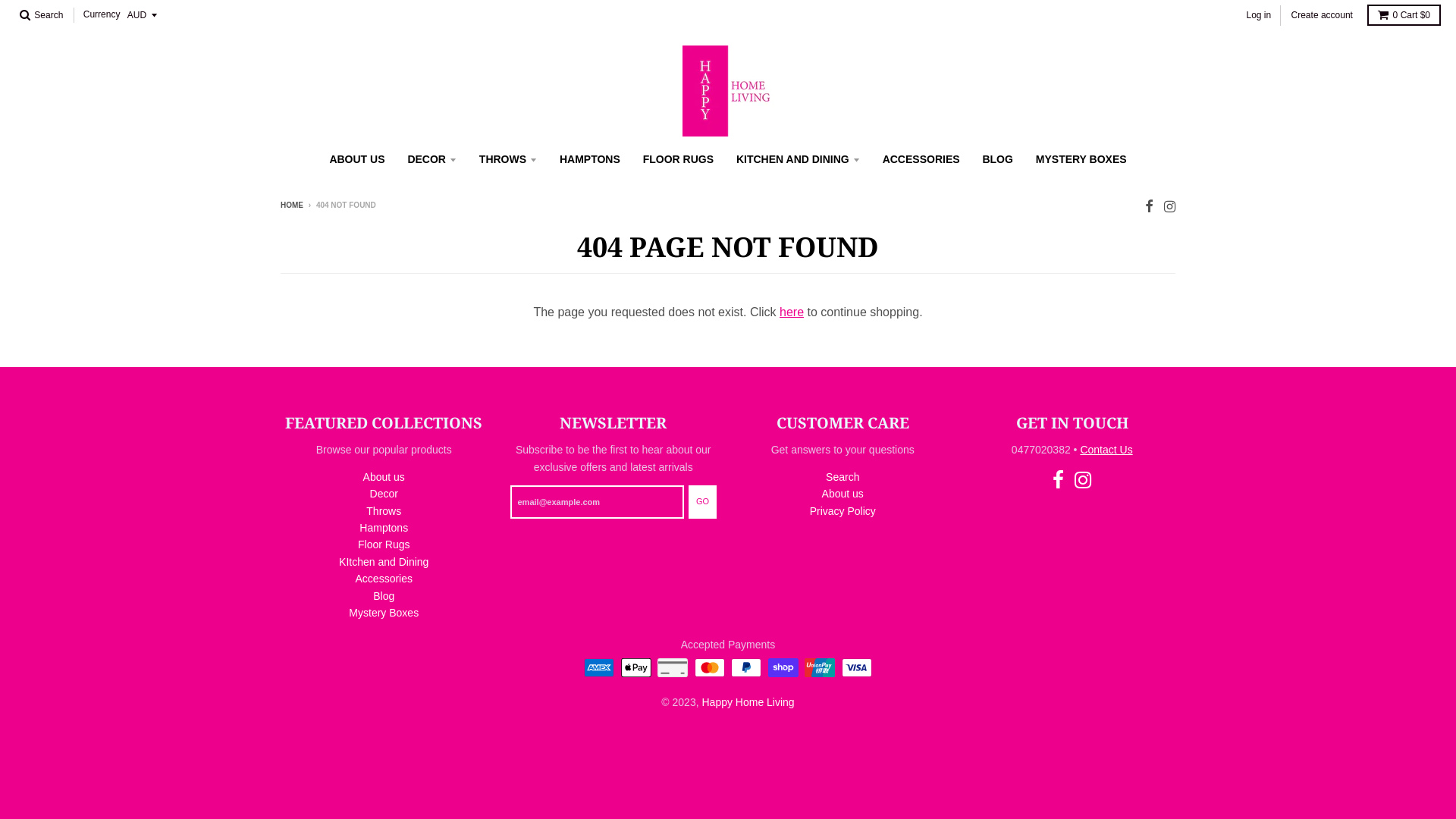 The width and height of the screenshot is (1456, 819). What do you see at coordinates (383, 561) in the screenshot?
I see `'KItchen and Dining'` at bounding box center [383, 561].